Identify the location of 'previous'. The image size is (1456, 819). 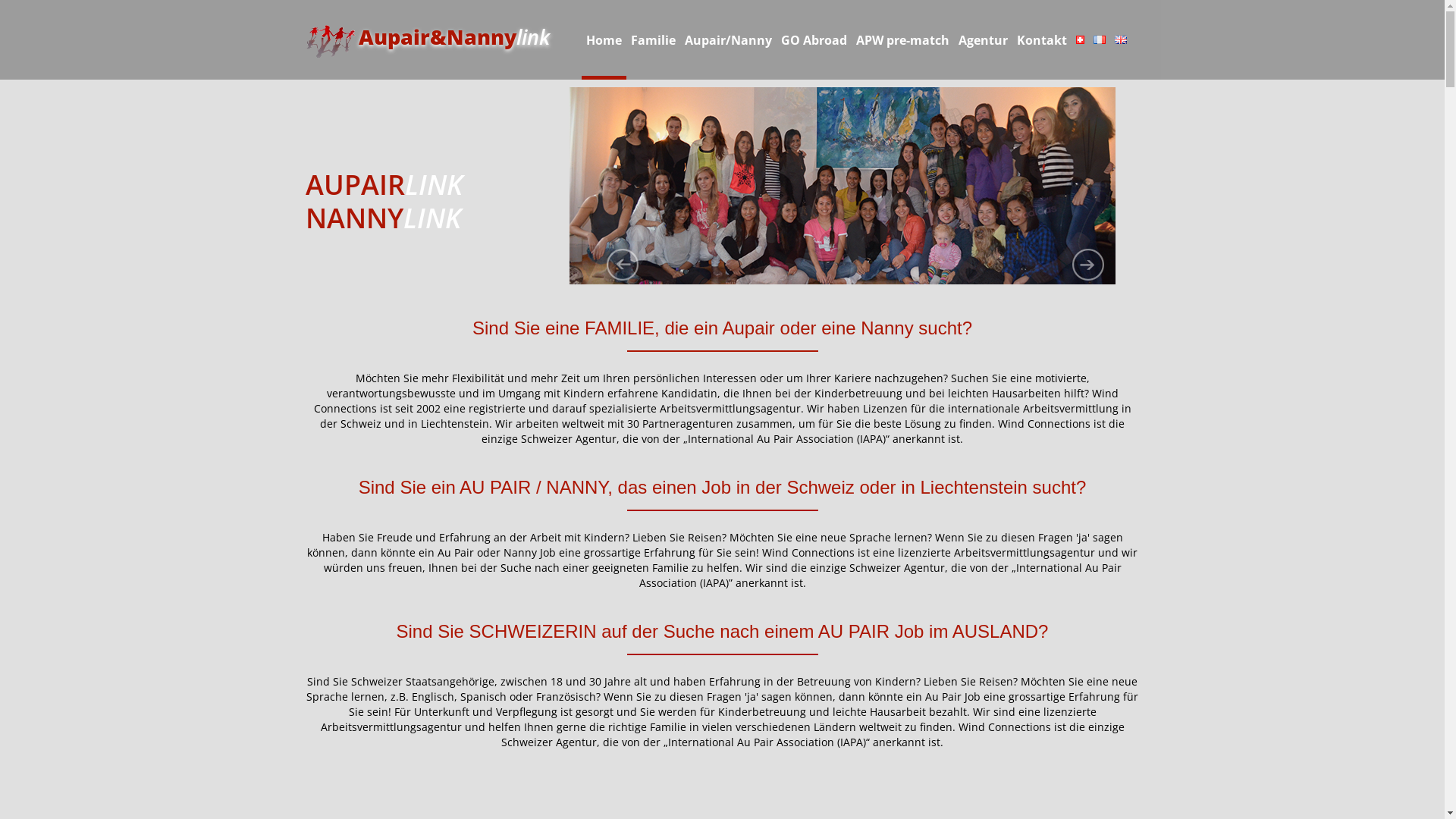
(622, 263).